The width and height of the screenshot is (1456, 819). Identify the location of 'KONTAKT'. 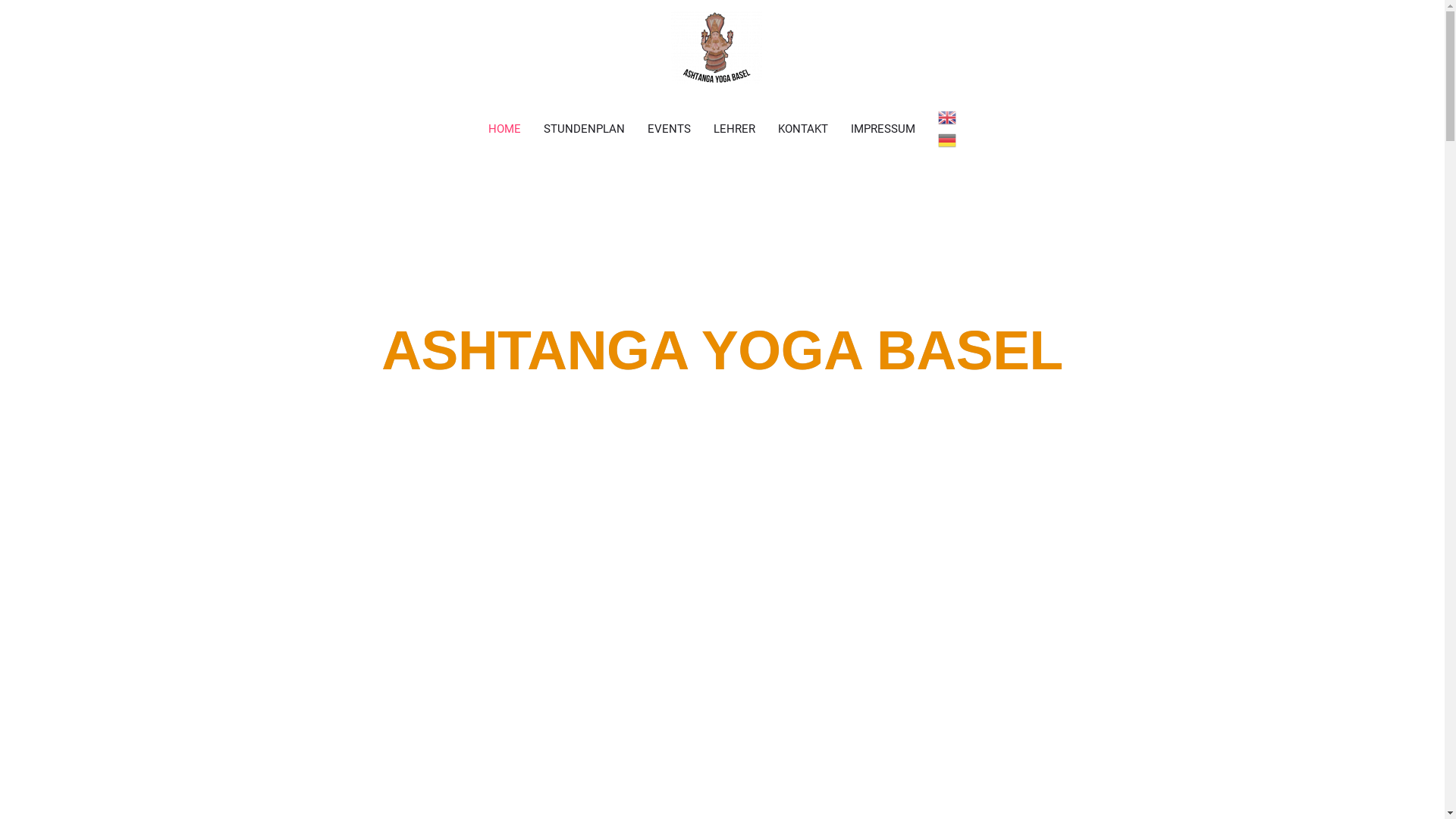
(767, 127).